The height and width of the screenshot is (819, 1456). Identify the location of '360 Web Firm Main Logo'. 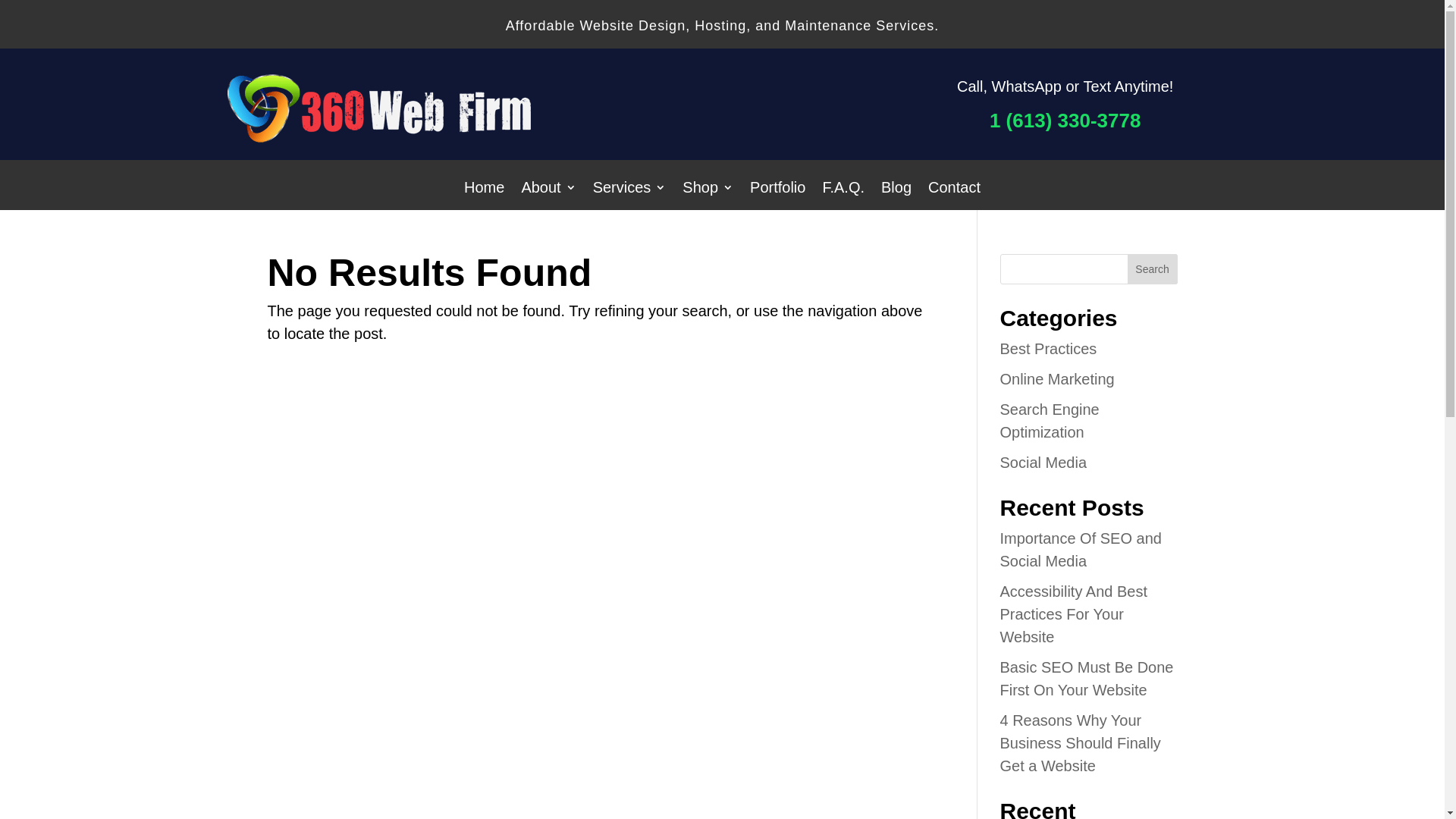
(226, 137).